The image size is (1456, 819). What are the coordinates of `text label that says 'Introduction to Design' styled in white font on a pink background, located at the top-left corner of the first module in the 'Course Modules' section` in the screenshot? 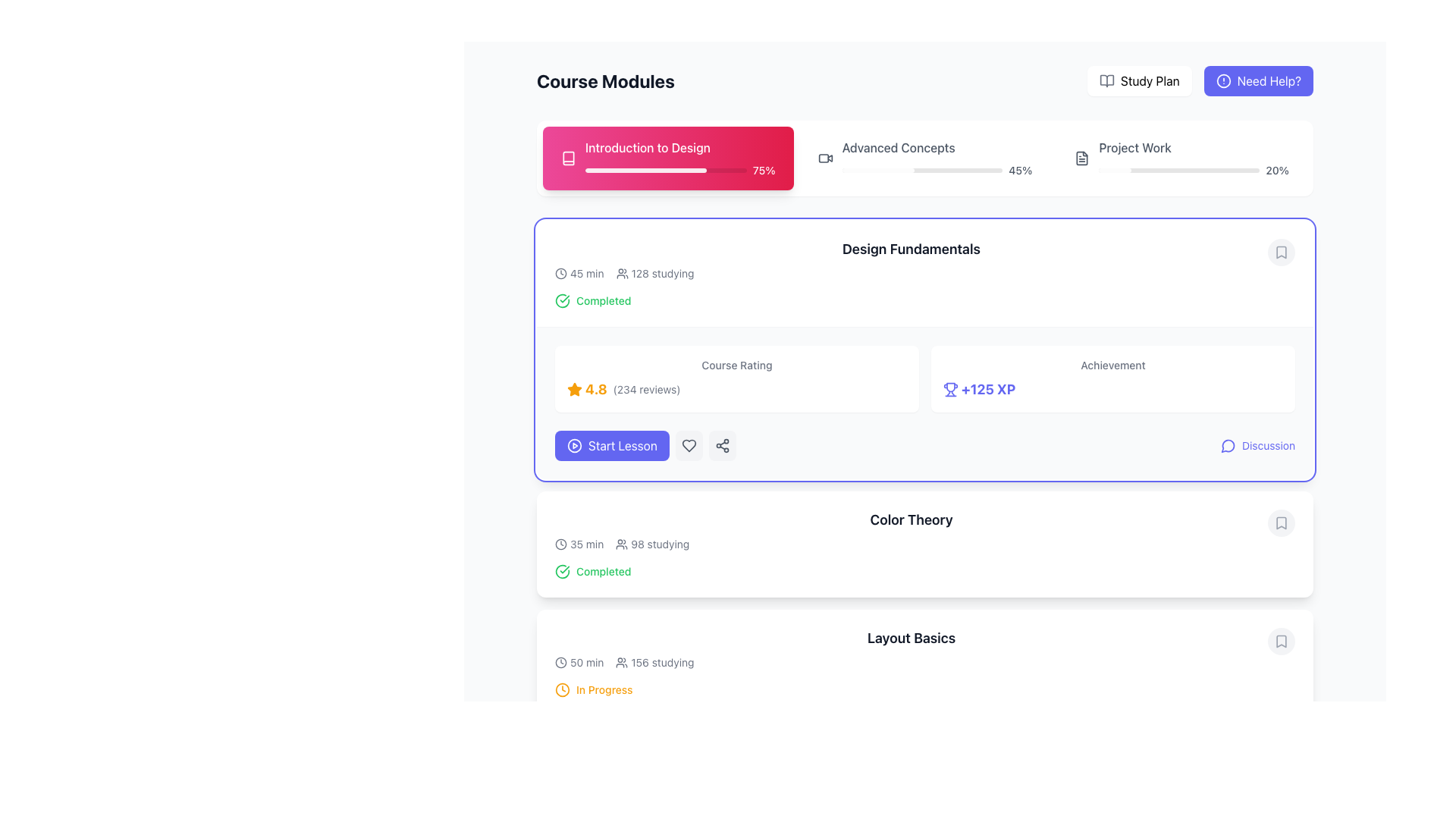 It's located at (679, 148).